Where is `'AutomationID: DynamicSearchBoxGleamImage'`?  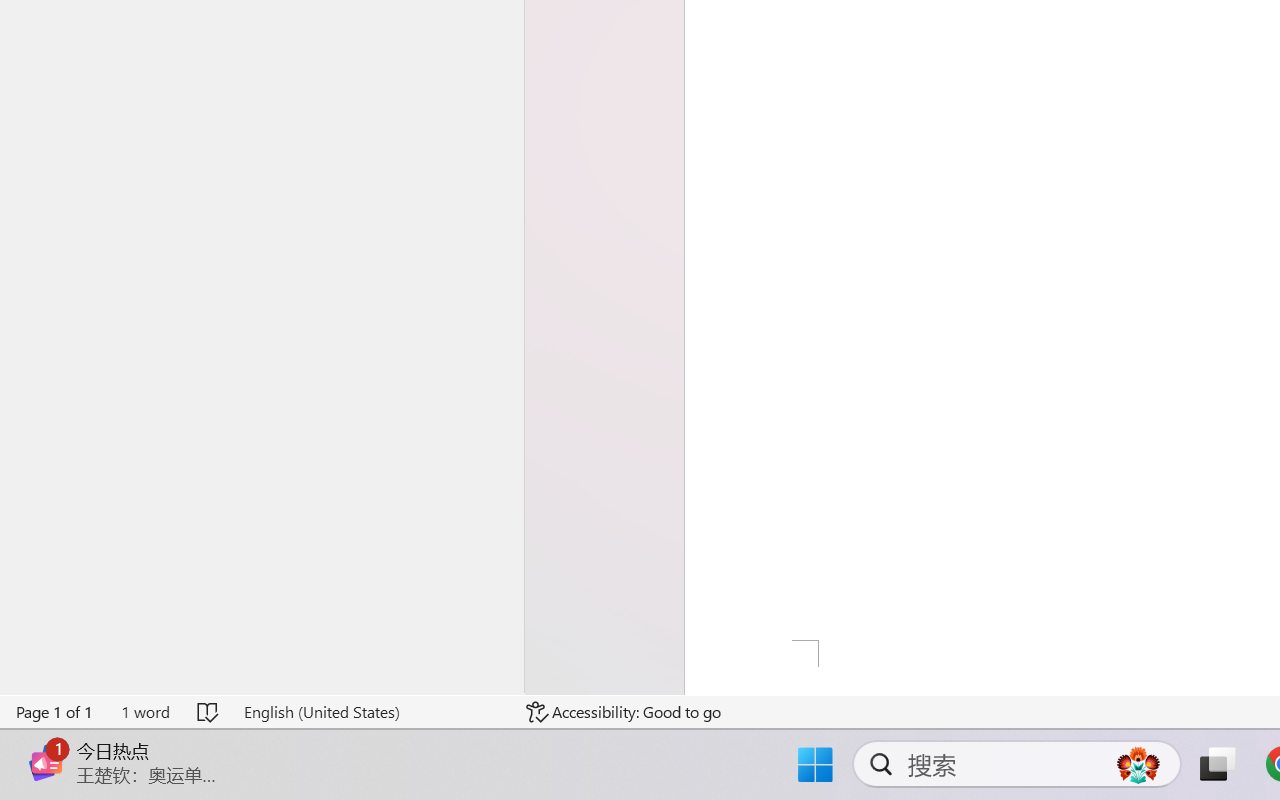
'AutomationID: DynamicSearchBoxGleamImage' is located at coordinates (1138, 764).